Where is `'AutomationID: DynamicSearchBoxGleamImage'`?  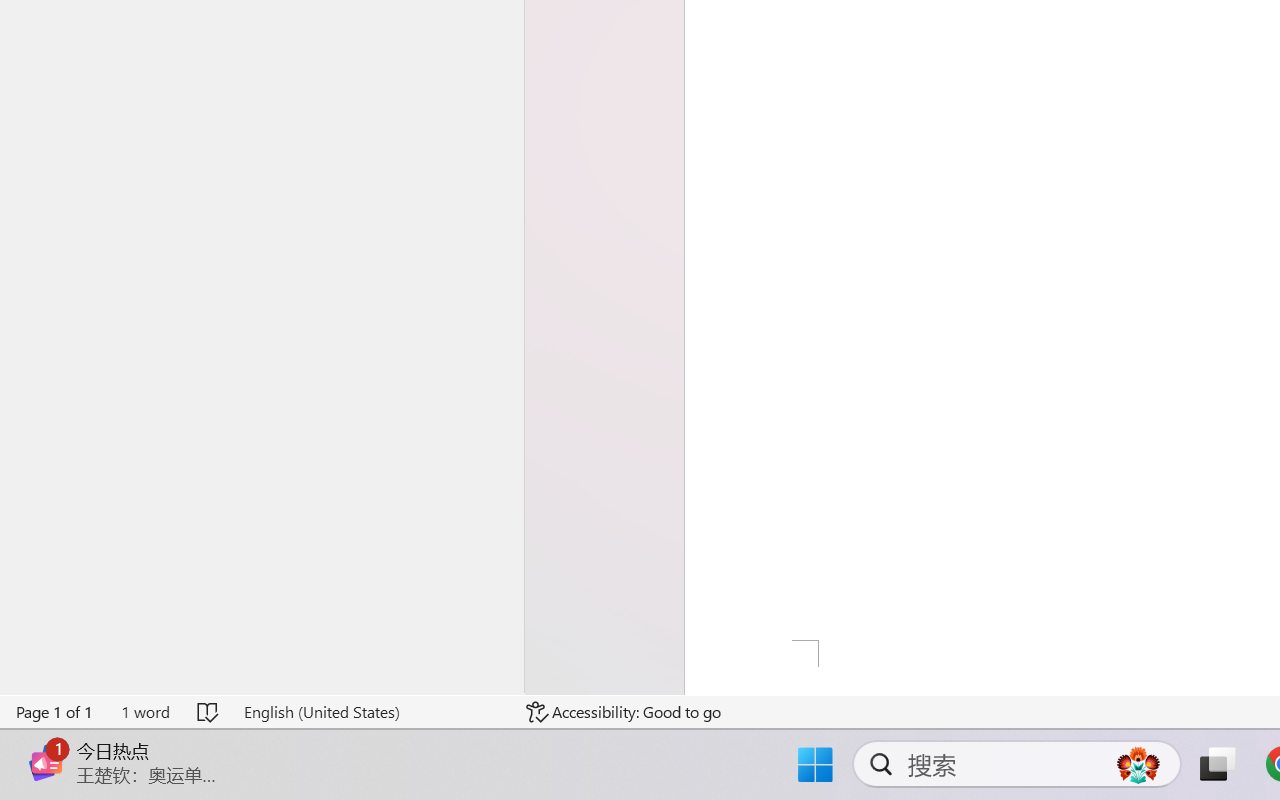
'AutomationID: DynamicSearchBoxGleamImage' is located at coordinates (1138, 764).